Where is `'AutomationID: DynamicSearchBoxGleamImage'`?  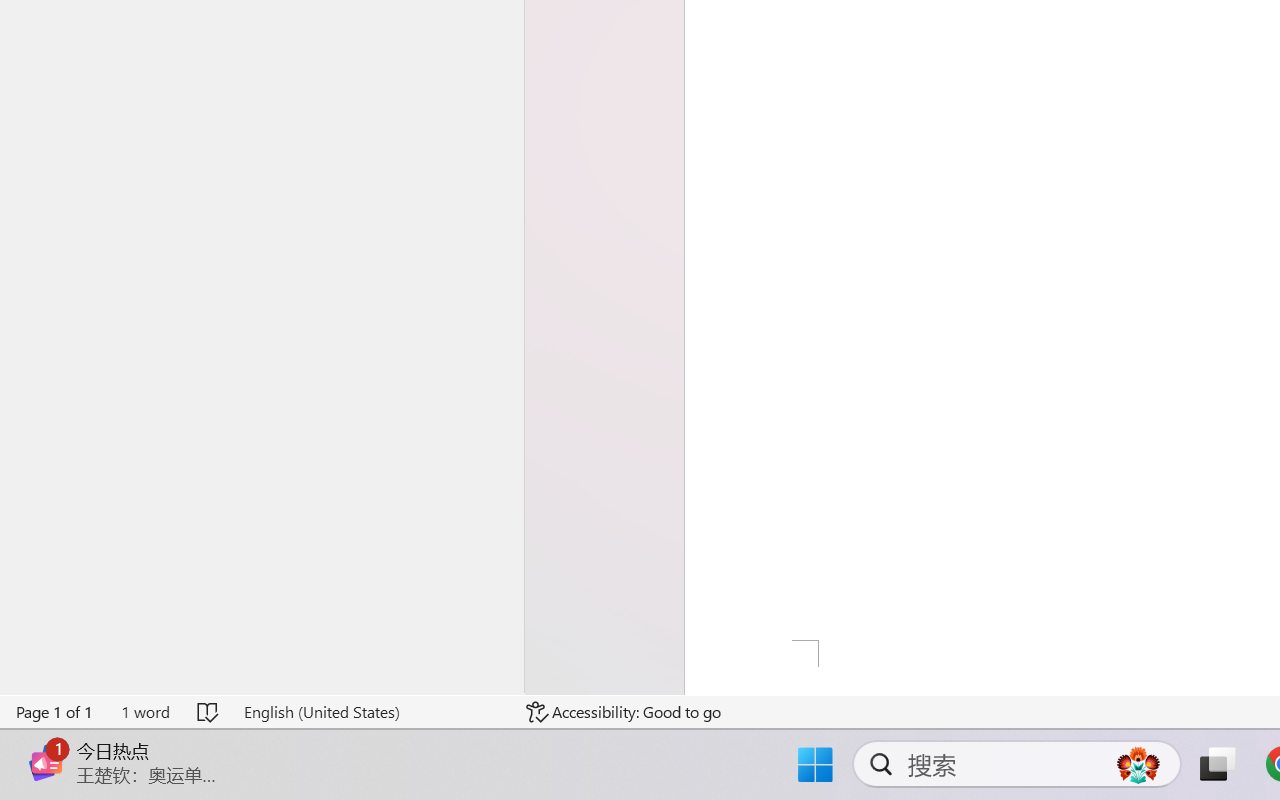
'AutomationID: DynamicSearchBoxGleamImage' is located at coordinates (1138, 764).